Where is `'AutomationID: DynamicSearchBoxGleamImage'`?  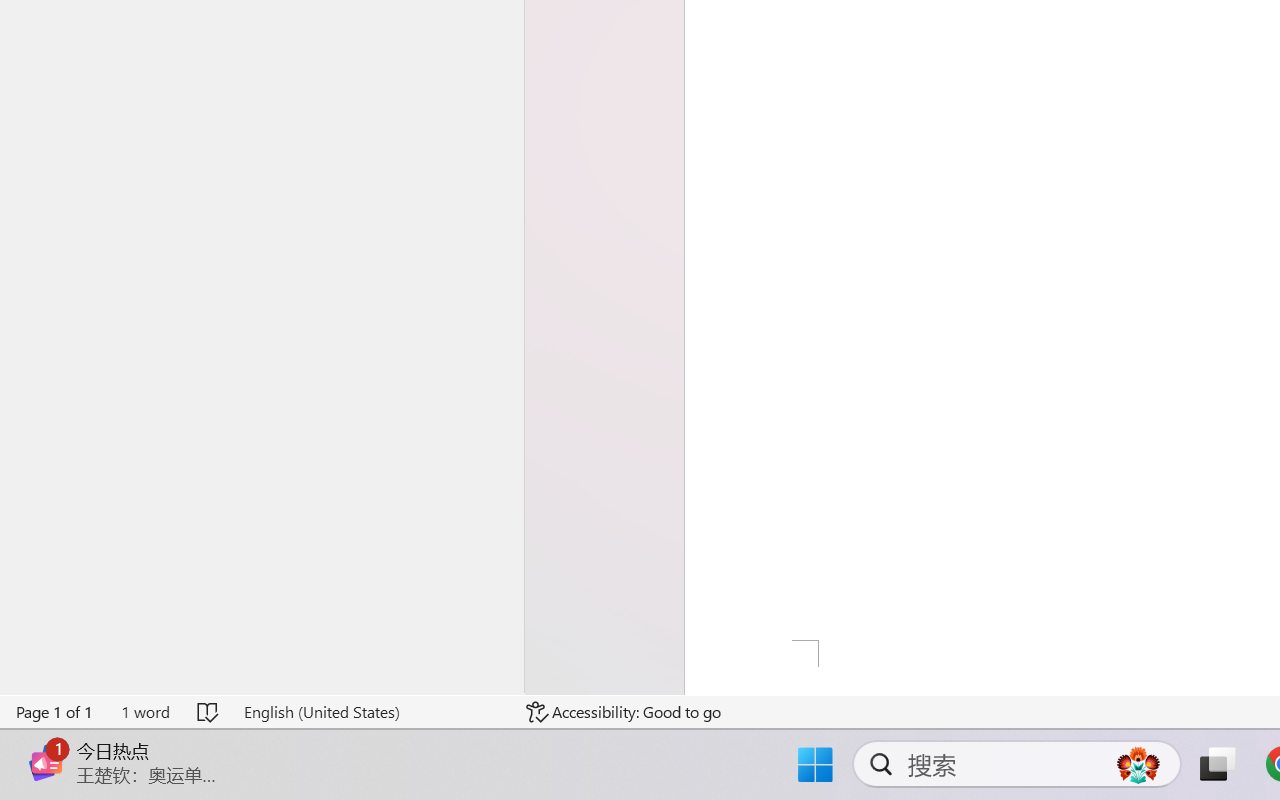
'AutomationID: DynamicSearchBoxGleamImage' is located at coordinates (1138, 764).